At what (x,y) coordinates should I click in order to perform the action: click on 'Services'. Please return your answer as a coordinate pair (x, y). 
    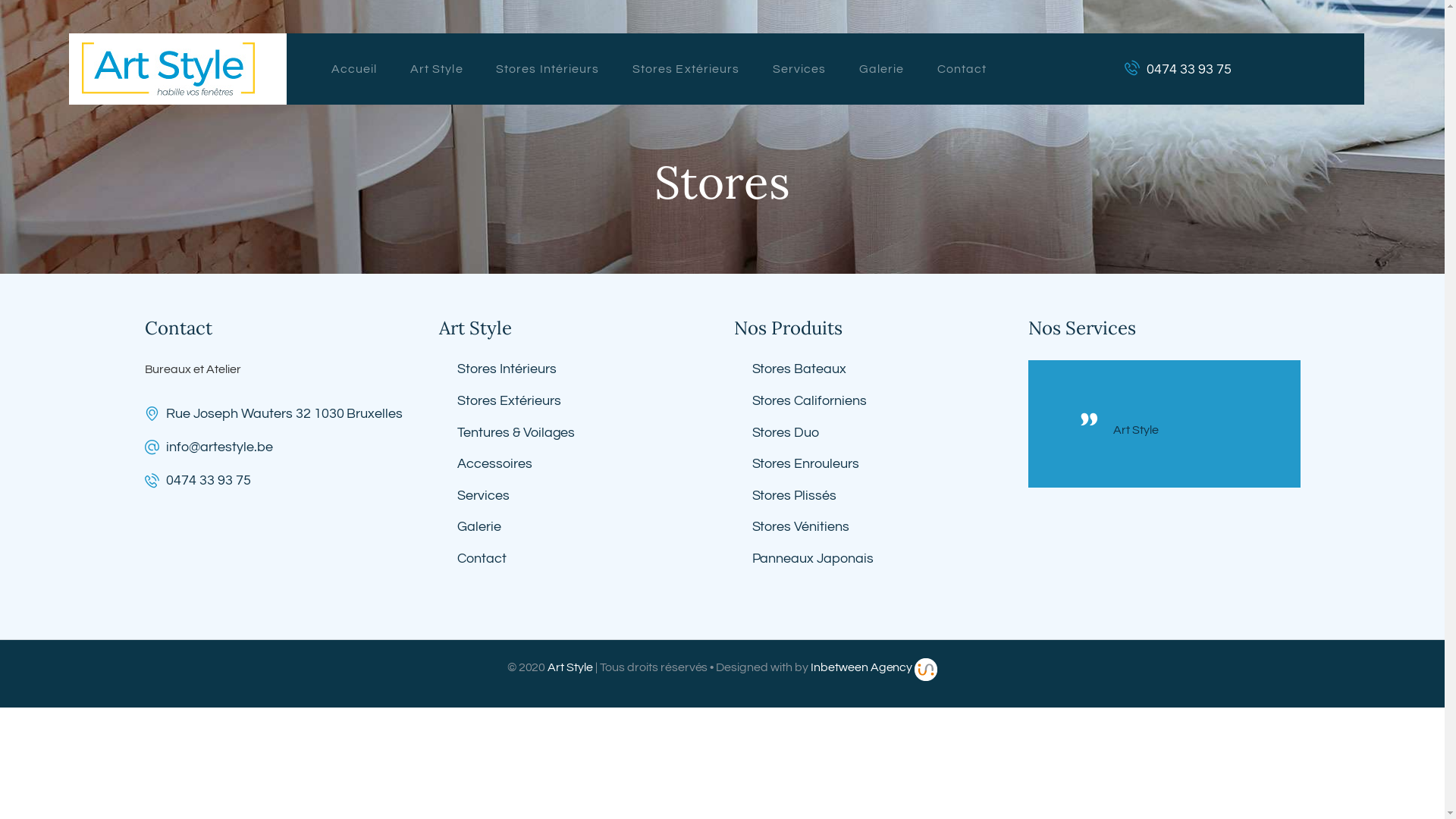
    Looking at the image, I should click on (482, 495).